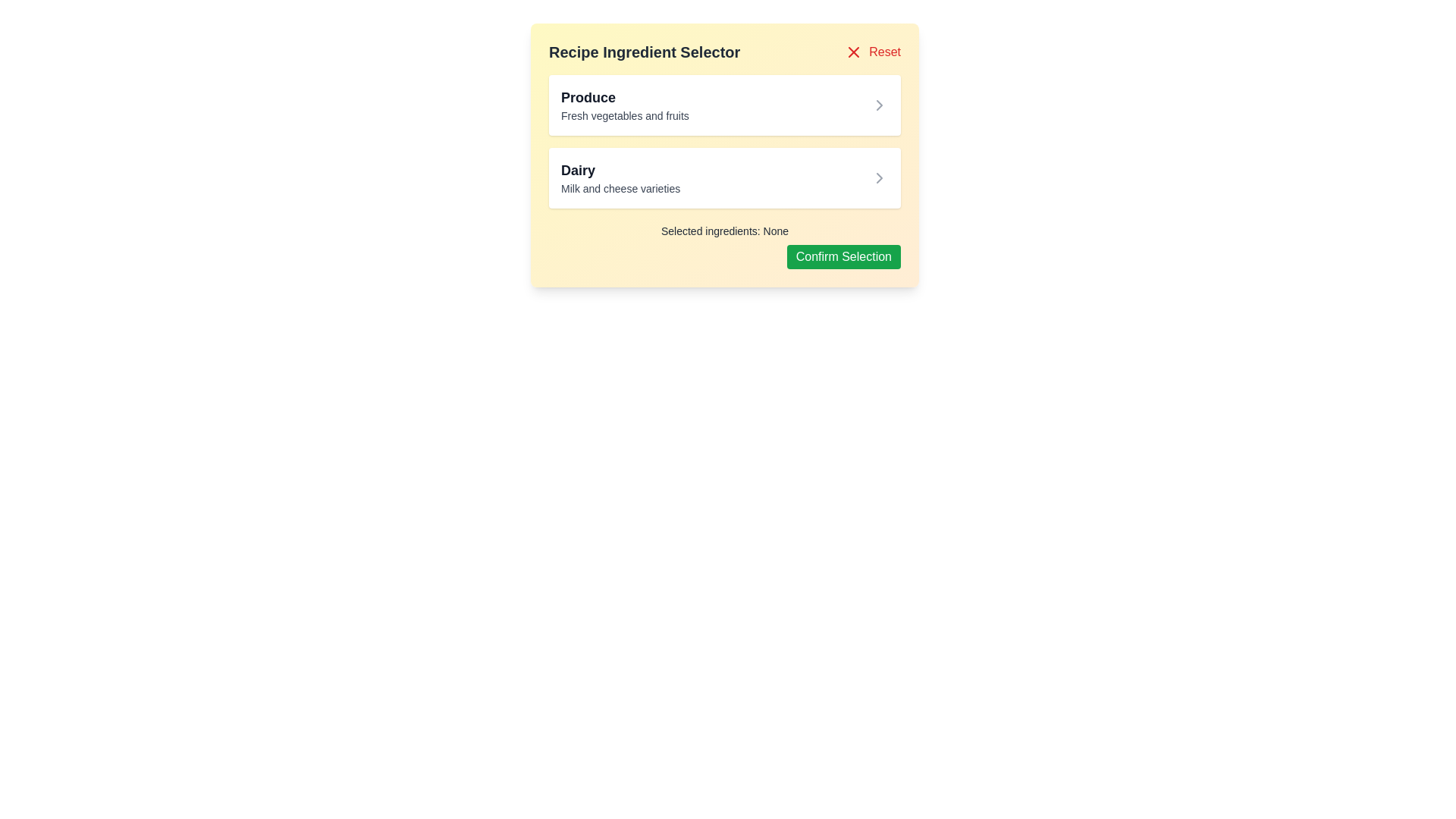  I want to click on the right-pointing chevron icon next to 'Milk and cheese varieties' in the 'Dairy' section of the 'Recipe Ingredient Selector', so click(880, 177).